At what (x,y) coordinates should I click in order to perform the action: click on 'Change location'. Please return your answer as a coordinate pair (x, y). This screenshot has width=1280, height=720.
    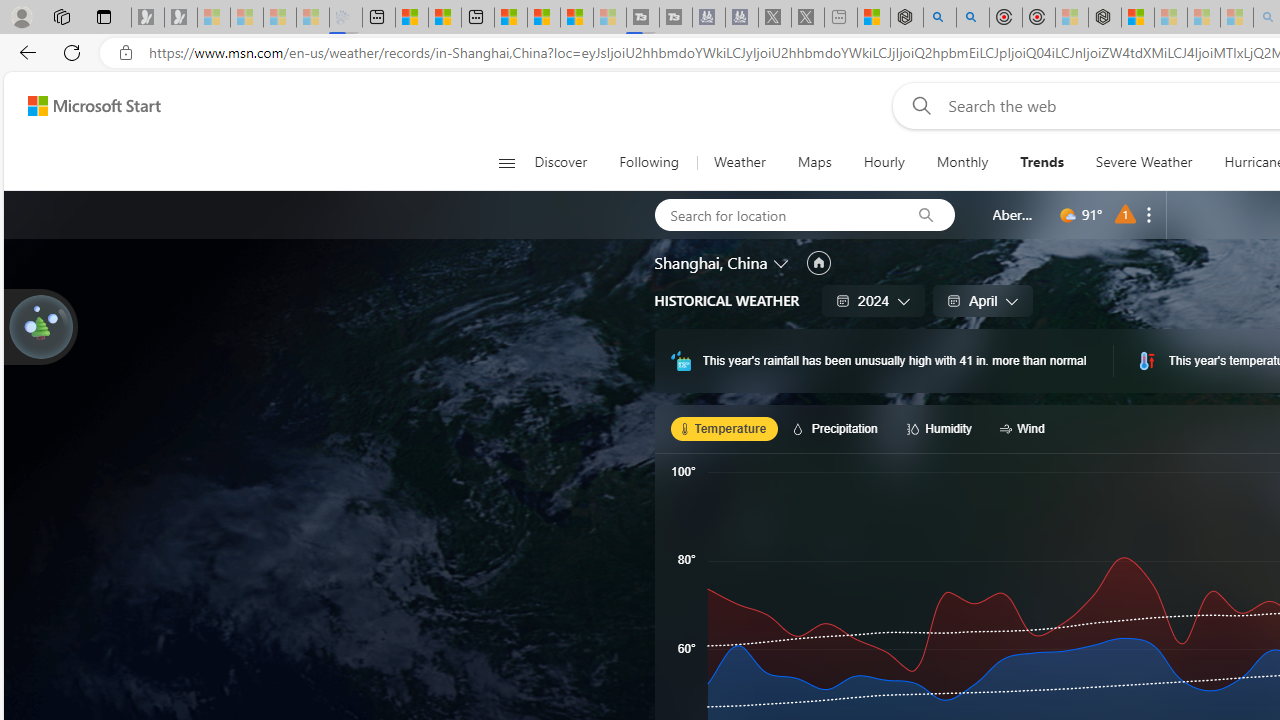
    Looking at the image, I should click on (781, 261).